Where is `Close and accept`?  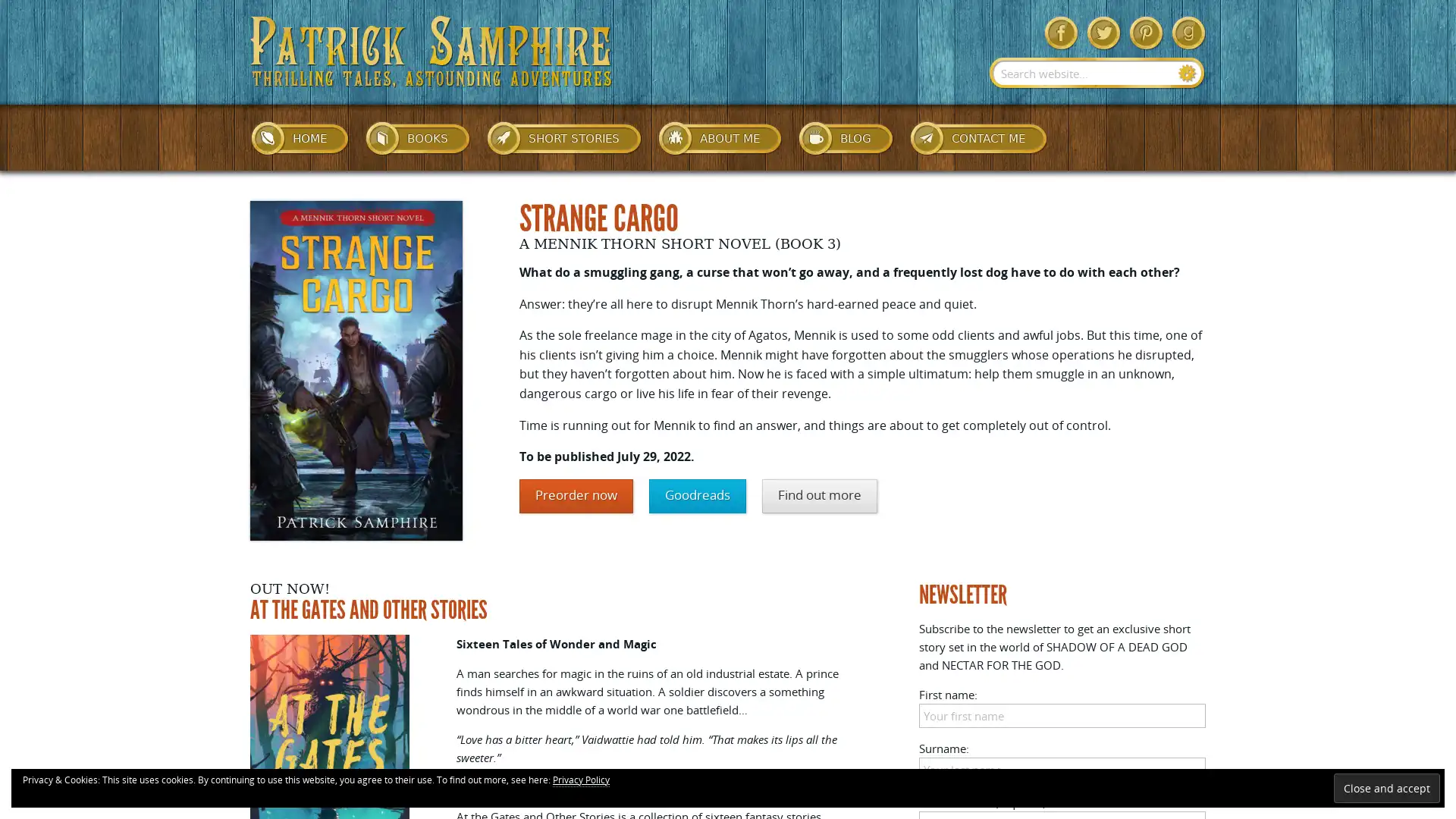
Close and accept is located at coordinates (1386, 787).